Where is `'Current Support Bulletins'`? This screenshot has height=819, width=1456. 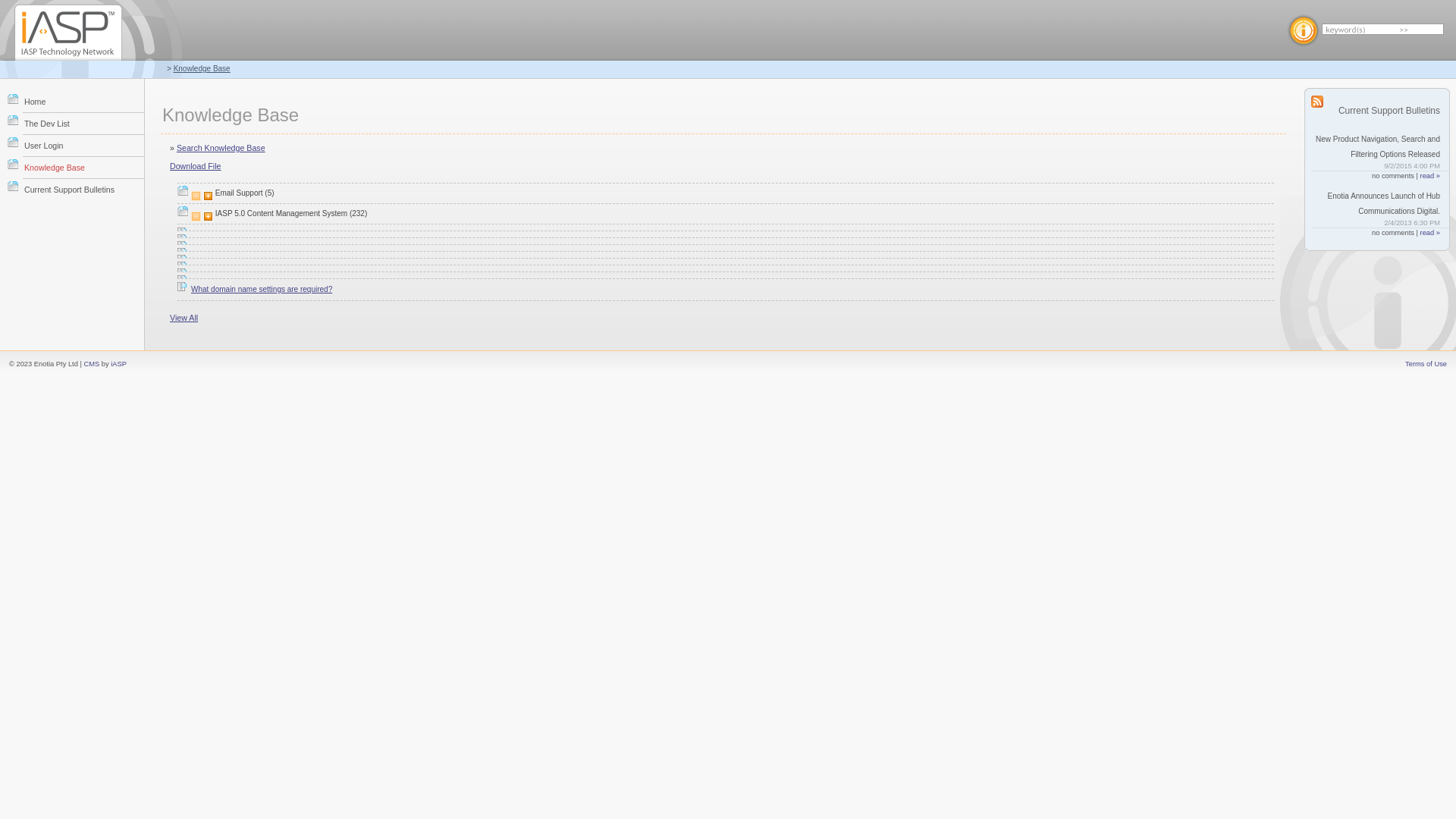 'Current Support Bulletins' is located at coordinates (83, 188).